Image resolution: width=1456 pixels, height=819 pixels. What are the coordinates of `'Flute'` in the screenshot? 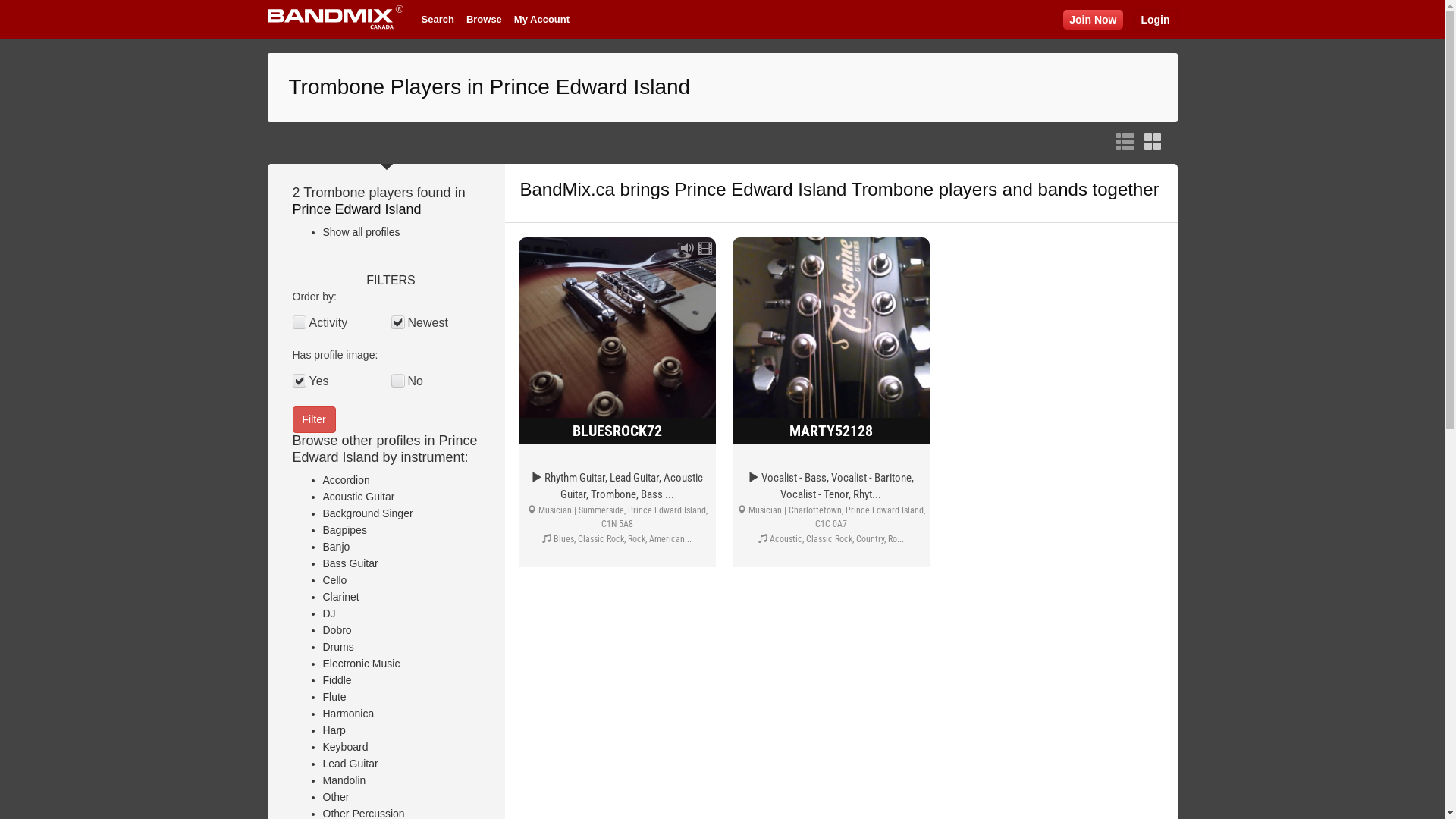 It's located at (334, 696).